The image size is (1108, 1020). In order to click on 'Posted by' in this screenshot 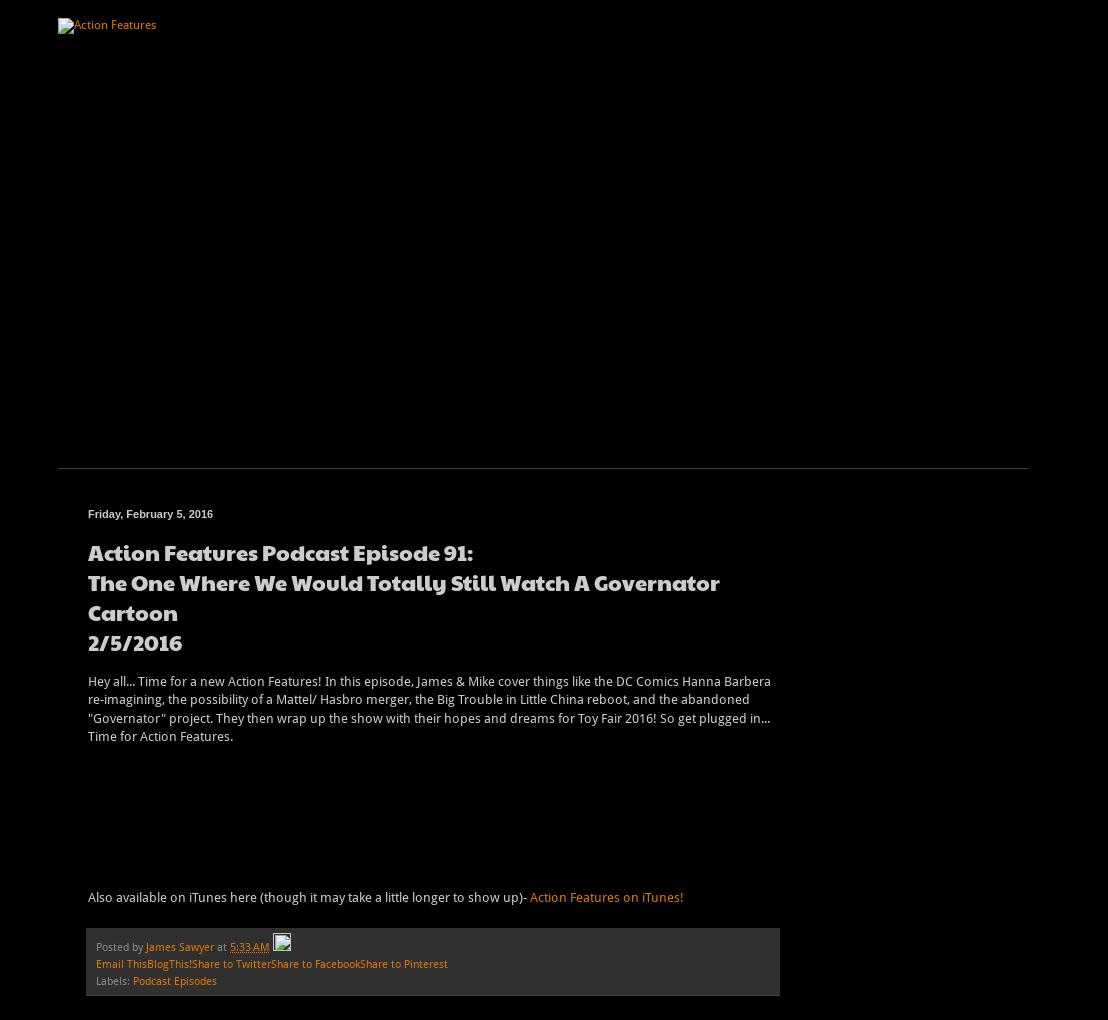, I will do `click(120, 945)`.